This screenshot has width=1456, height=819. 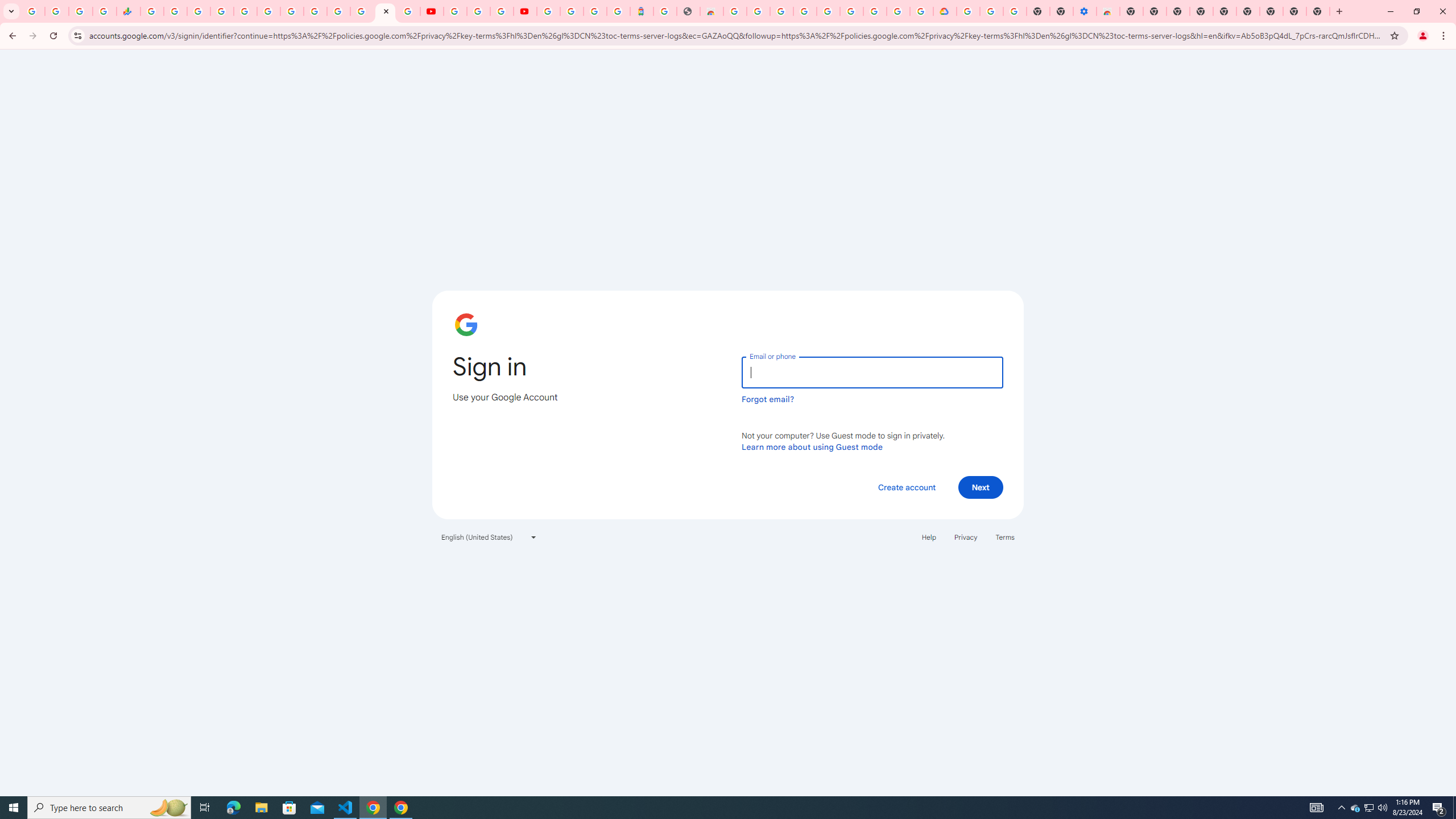 What do you see at coordinates (928, 536) in the screenshot?
I see `'Help'` at bounding box center [928, 536].